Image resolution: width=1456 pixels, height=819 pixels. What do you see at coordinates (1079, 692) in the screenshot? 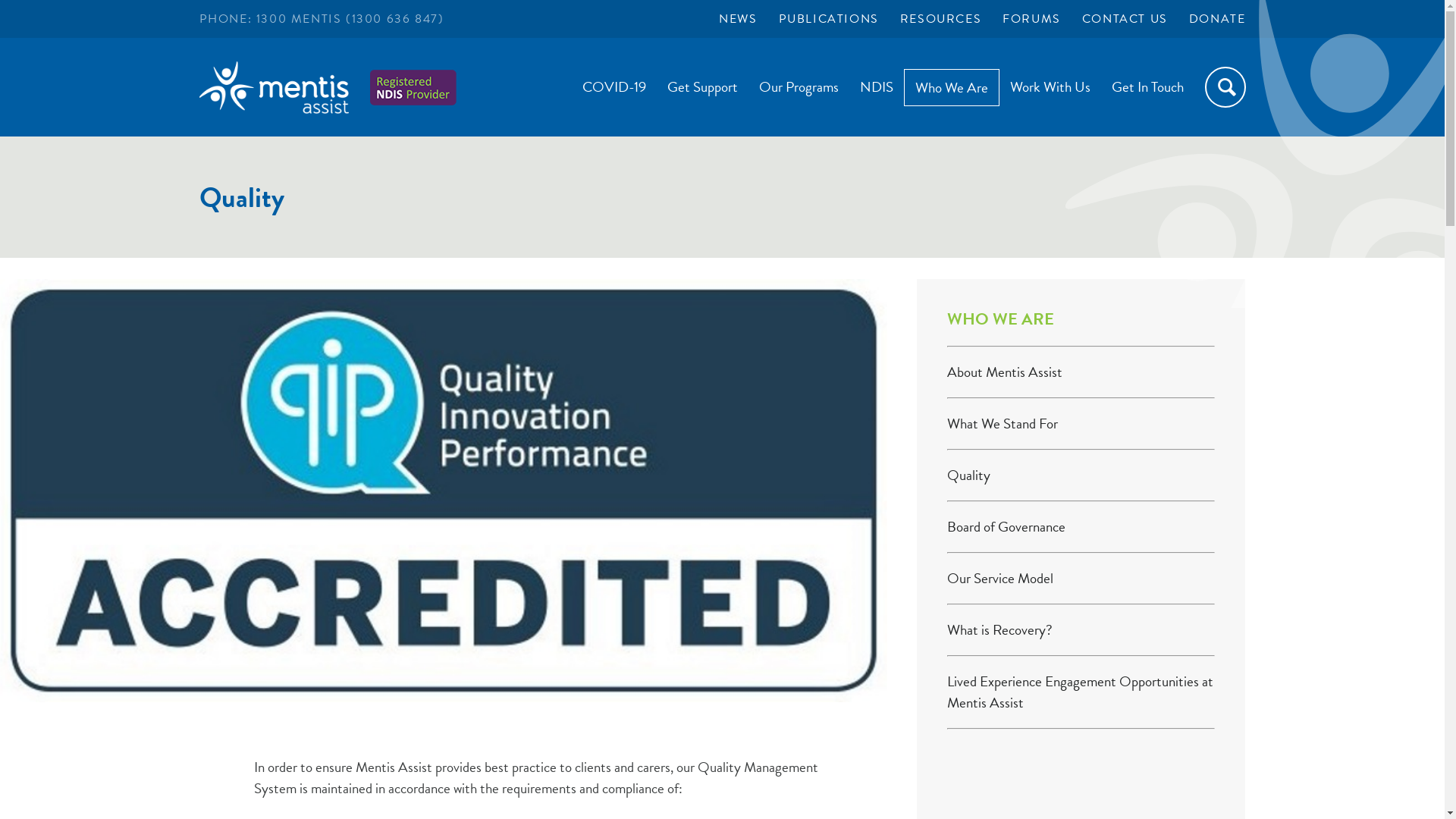
I see `'Lived Experience Engagement Opportunities at Mentis Assist'` at bounding box center [1079, 692].